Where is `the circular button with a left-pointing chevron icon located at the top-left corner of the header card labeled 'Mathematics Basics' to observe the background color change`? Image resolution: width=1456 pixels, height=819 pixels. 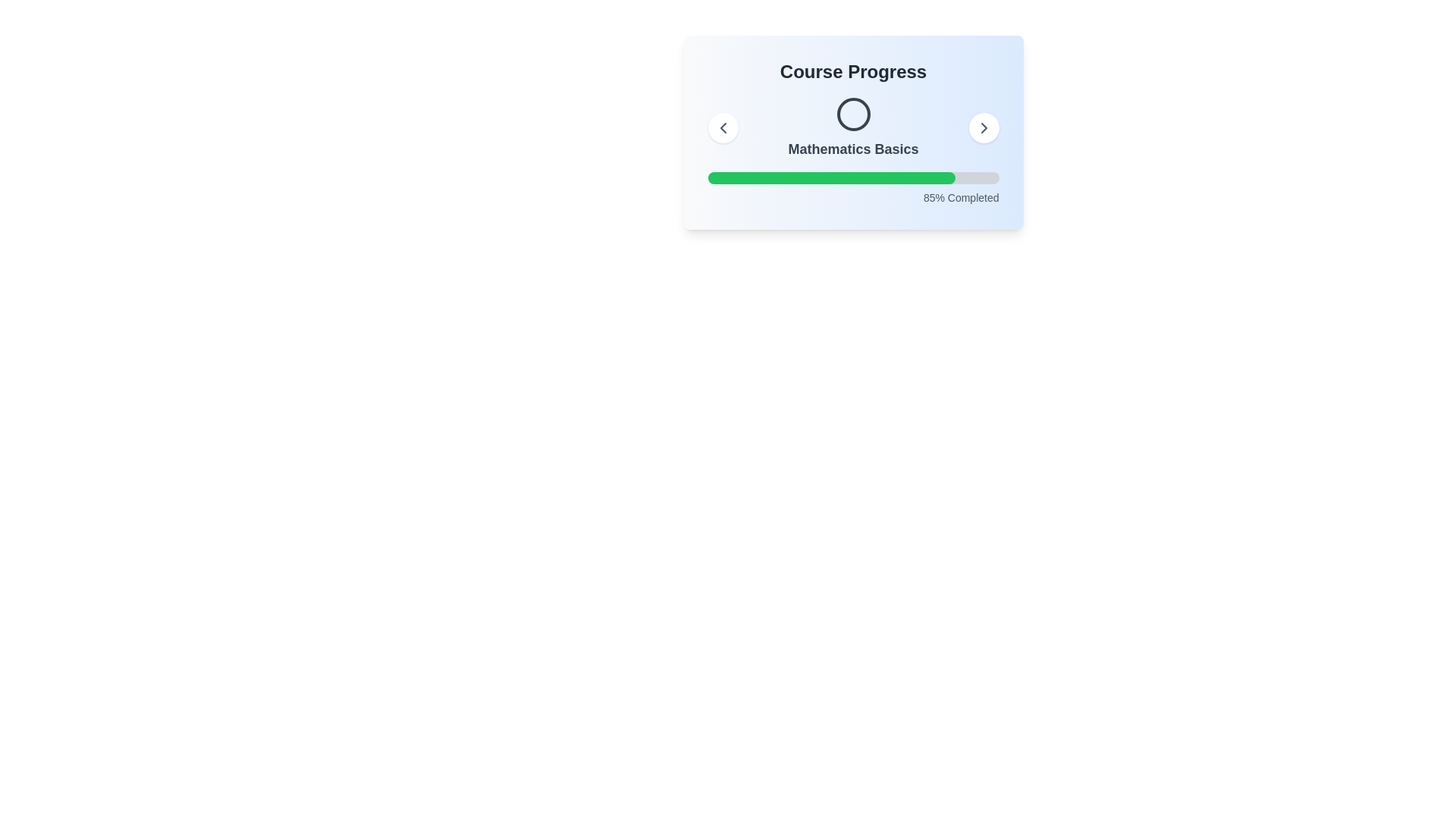 the circular button with a left-pointing chevron icon located at the top-left corner of the header card labeled 'Mathematics Basics' to observe the background color change is located at coordinates (722, 127).